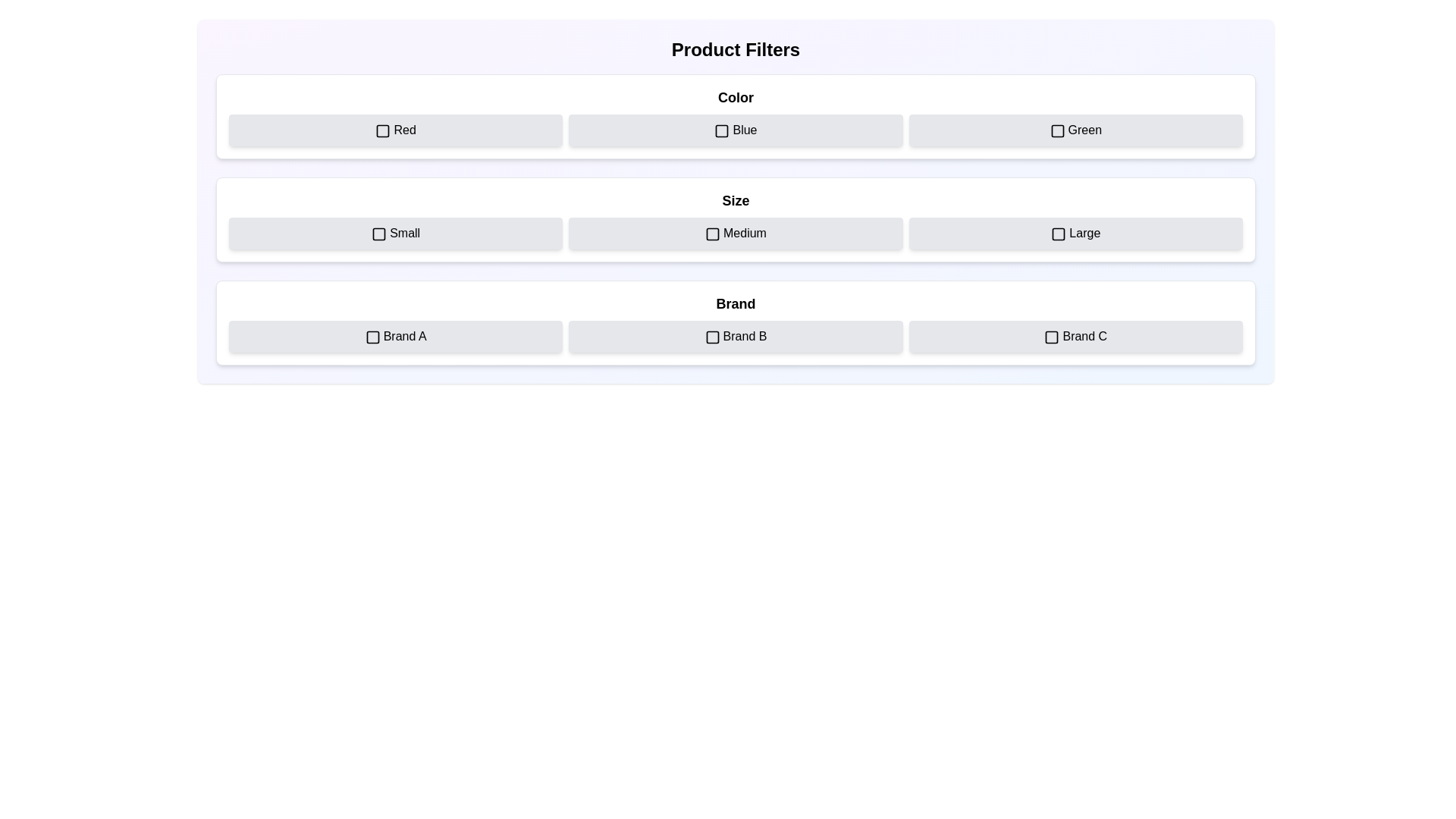 The width and height of the screenshot is (1456, 819). What do you see at coordinates (711, 336) in the screenshot?
I see `the Checkbox graphical indicator for the Brand B filter, which is a square shape with rounded corners located inside the checkbox for the Brand B label` at bounding box center [711, 336].